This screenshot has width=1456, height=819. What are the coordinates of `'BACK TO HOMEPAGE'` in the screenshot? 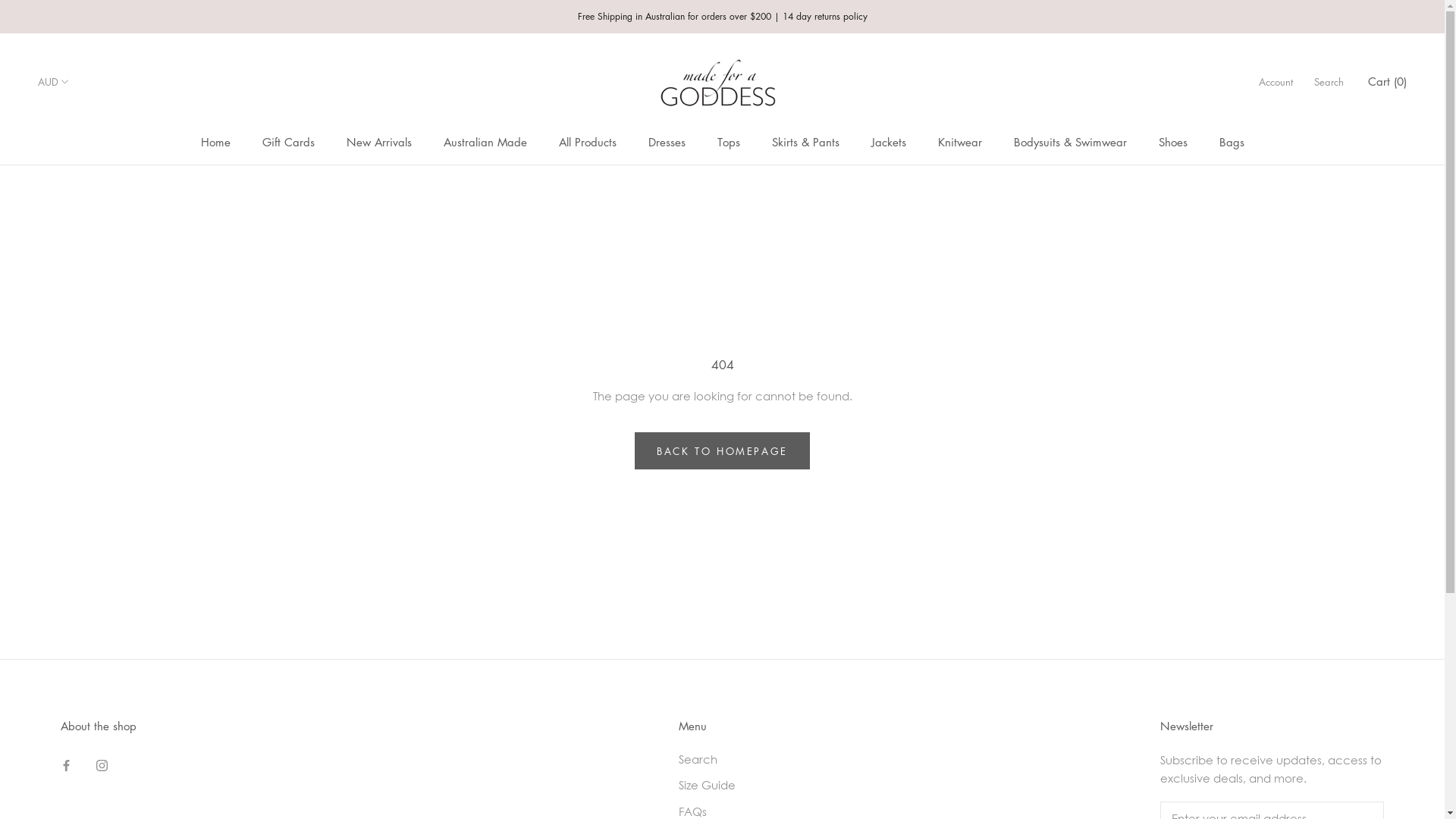 It's located at (721, 450).